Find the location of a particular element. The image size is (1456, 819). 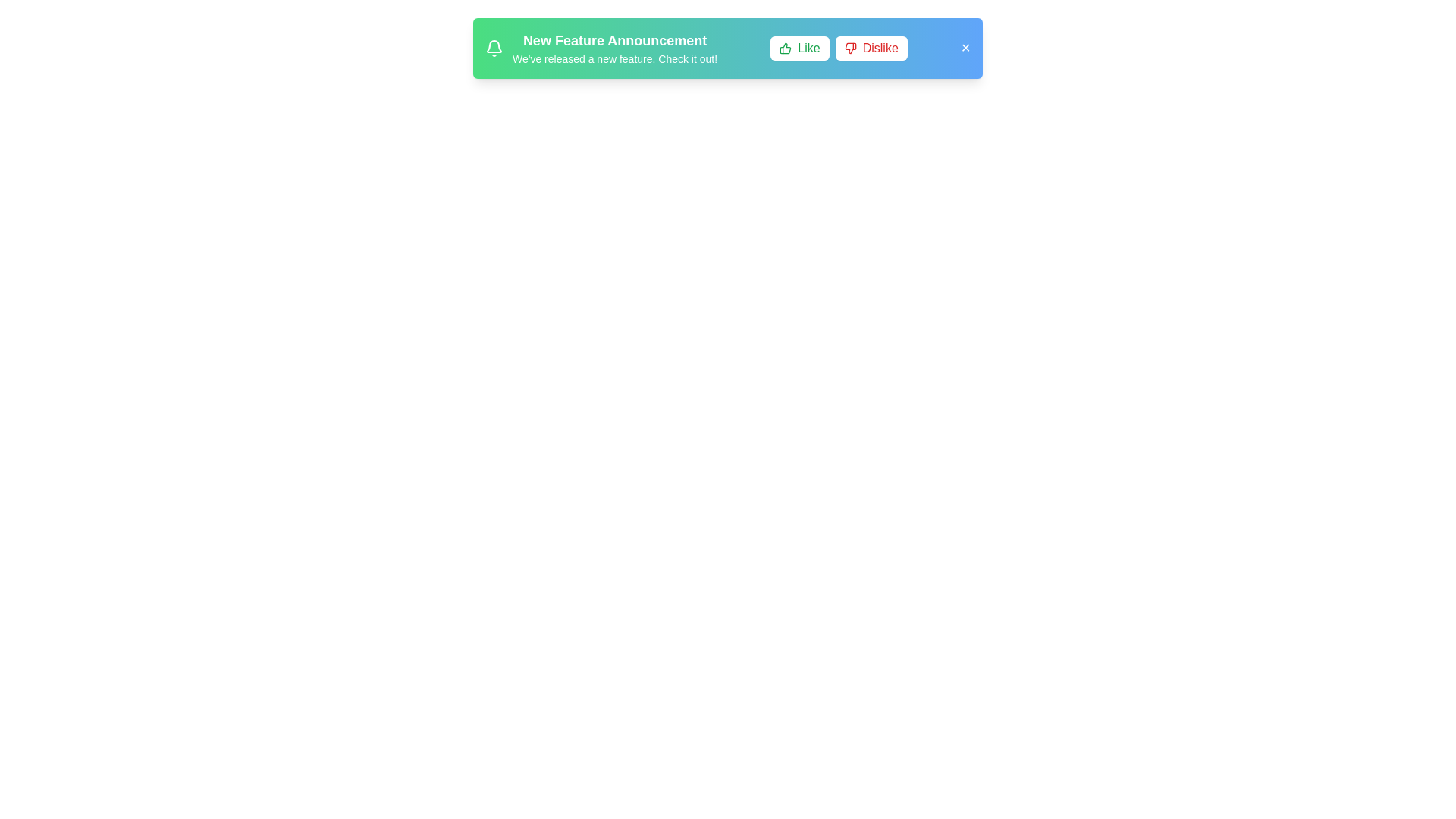

the 'Dislike' button to express disapproval is located at coordinates (871, 48).